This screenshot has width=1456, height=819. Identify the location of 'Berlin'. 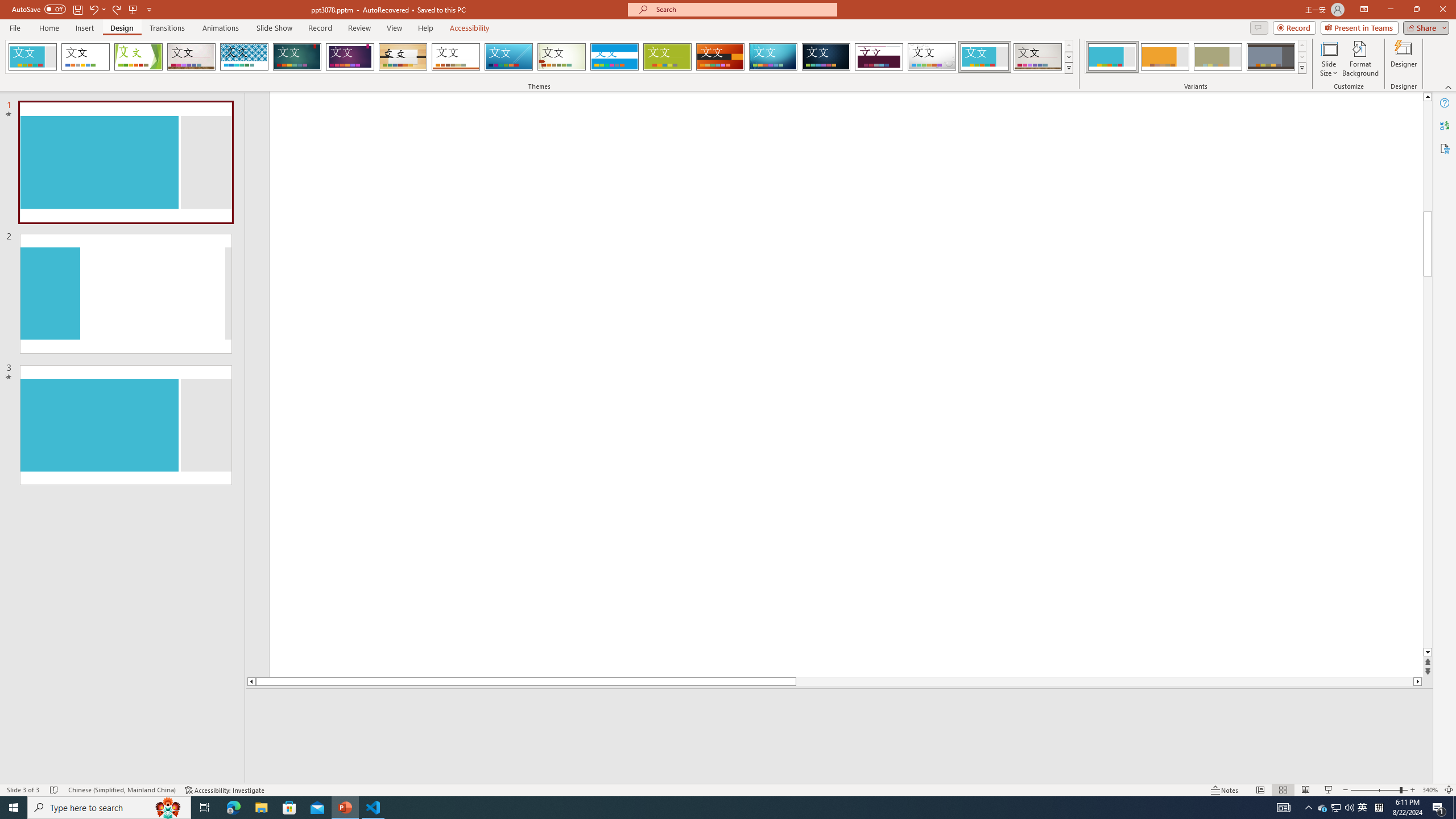
(721, 56).